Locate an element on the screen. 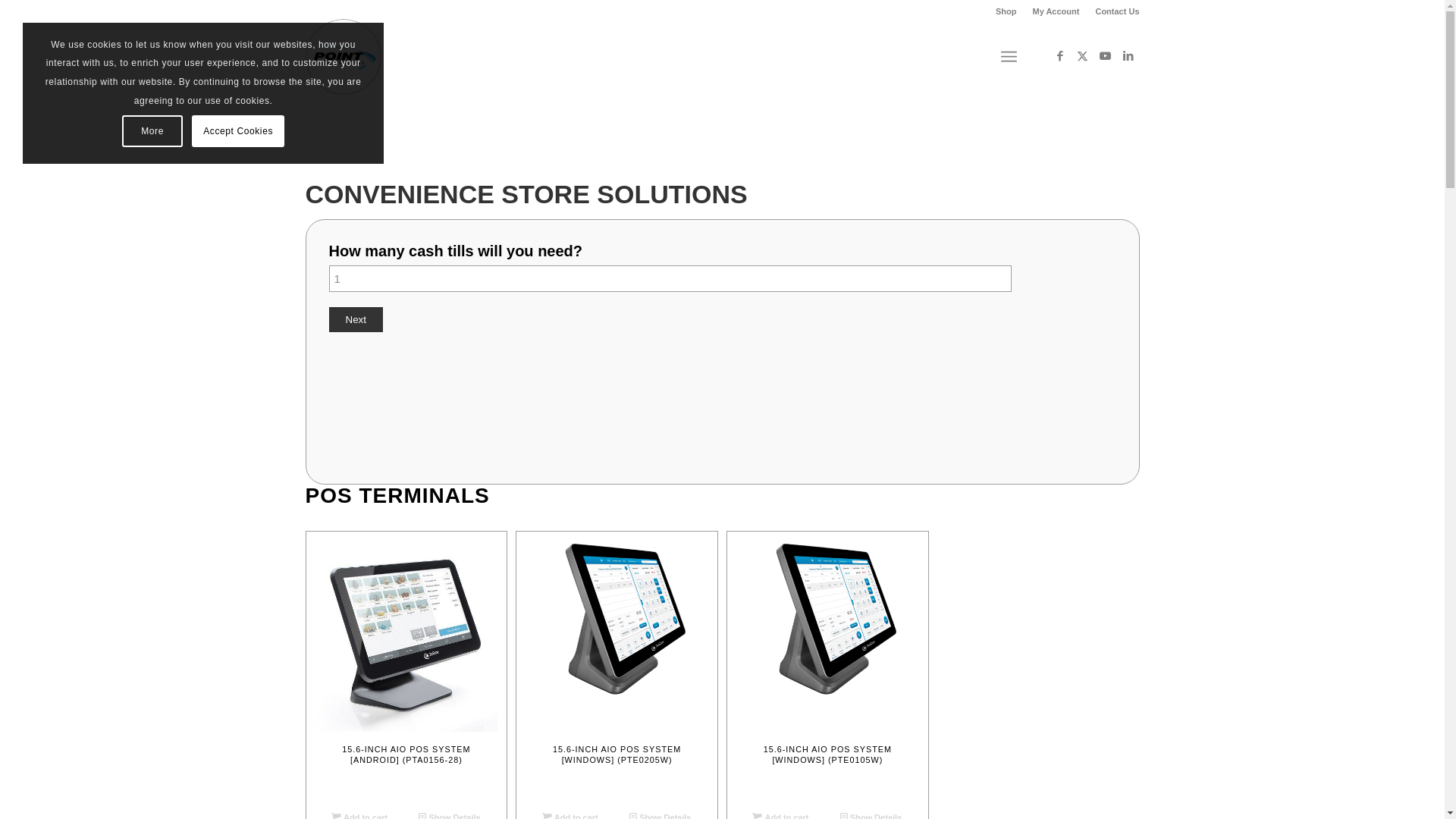 This screenshot has width=1456, height=819. 'Accept Cookies' is located at coordinates (237, 130).